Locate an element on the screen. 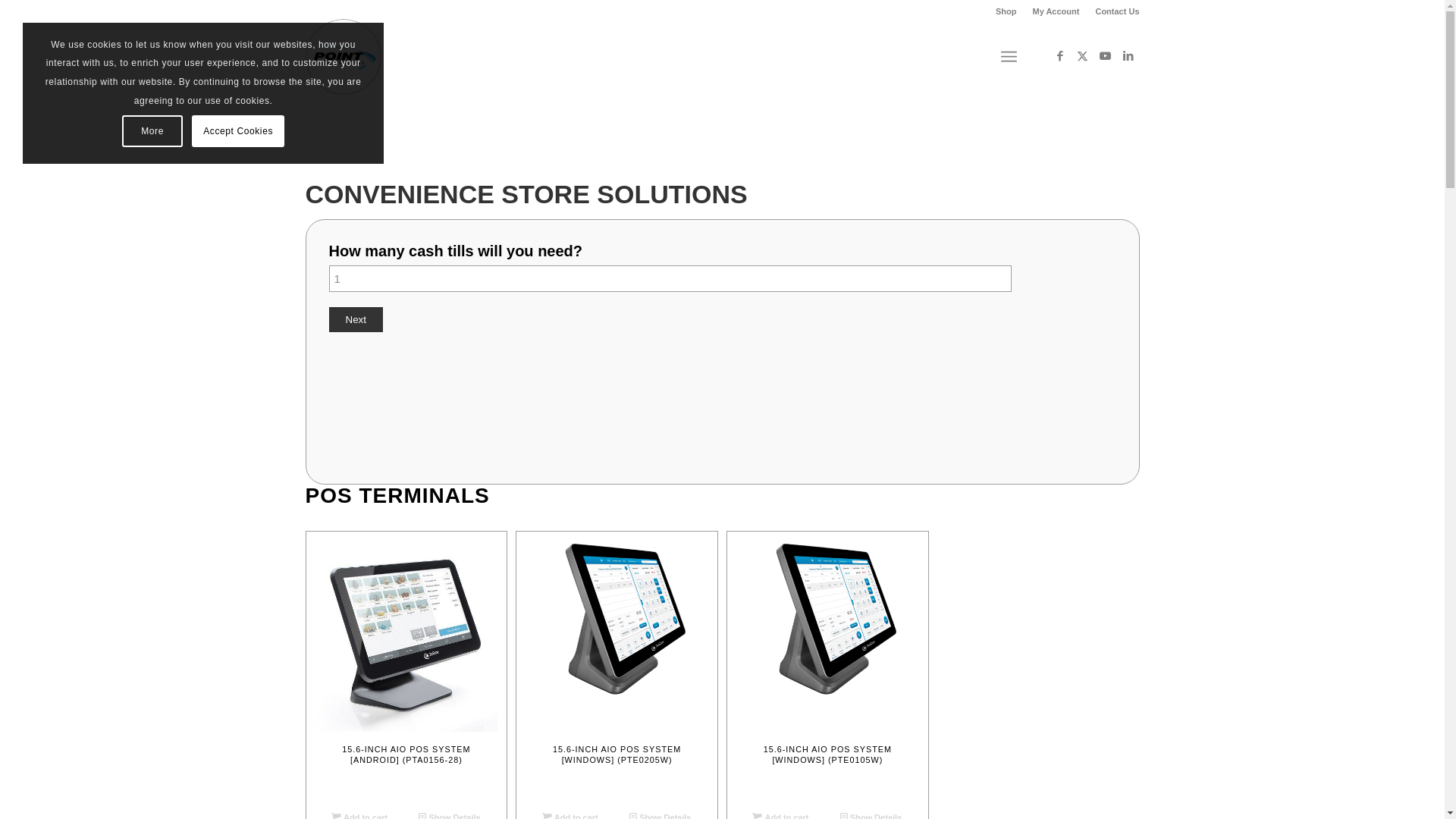 This screenshot has width=1456, height=819. 'Accept Cookies' is located at coordinates (237, 130).